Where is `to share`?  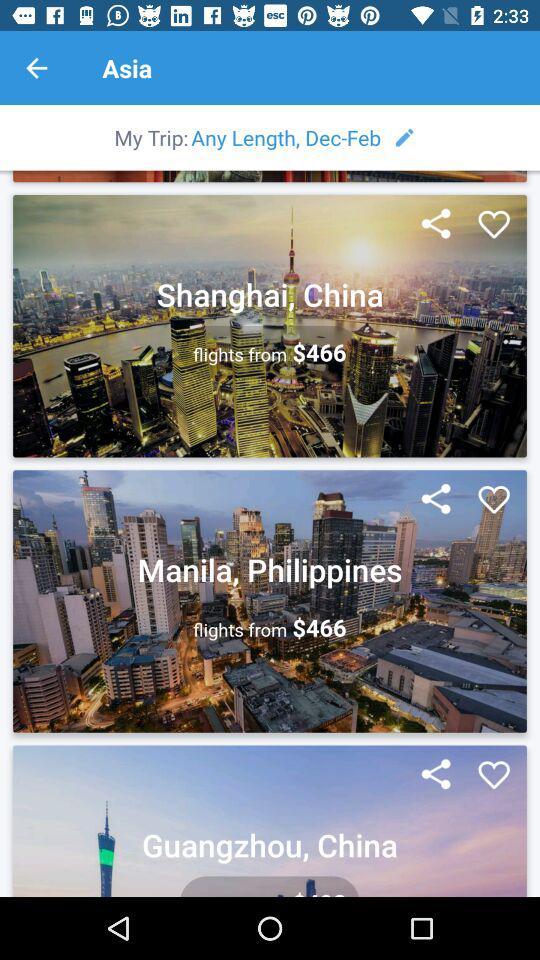 to share is located at coordinates (435, 774).